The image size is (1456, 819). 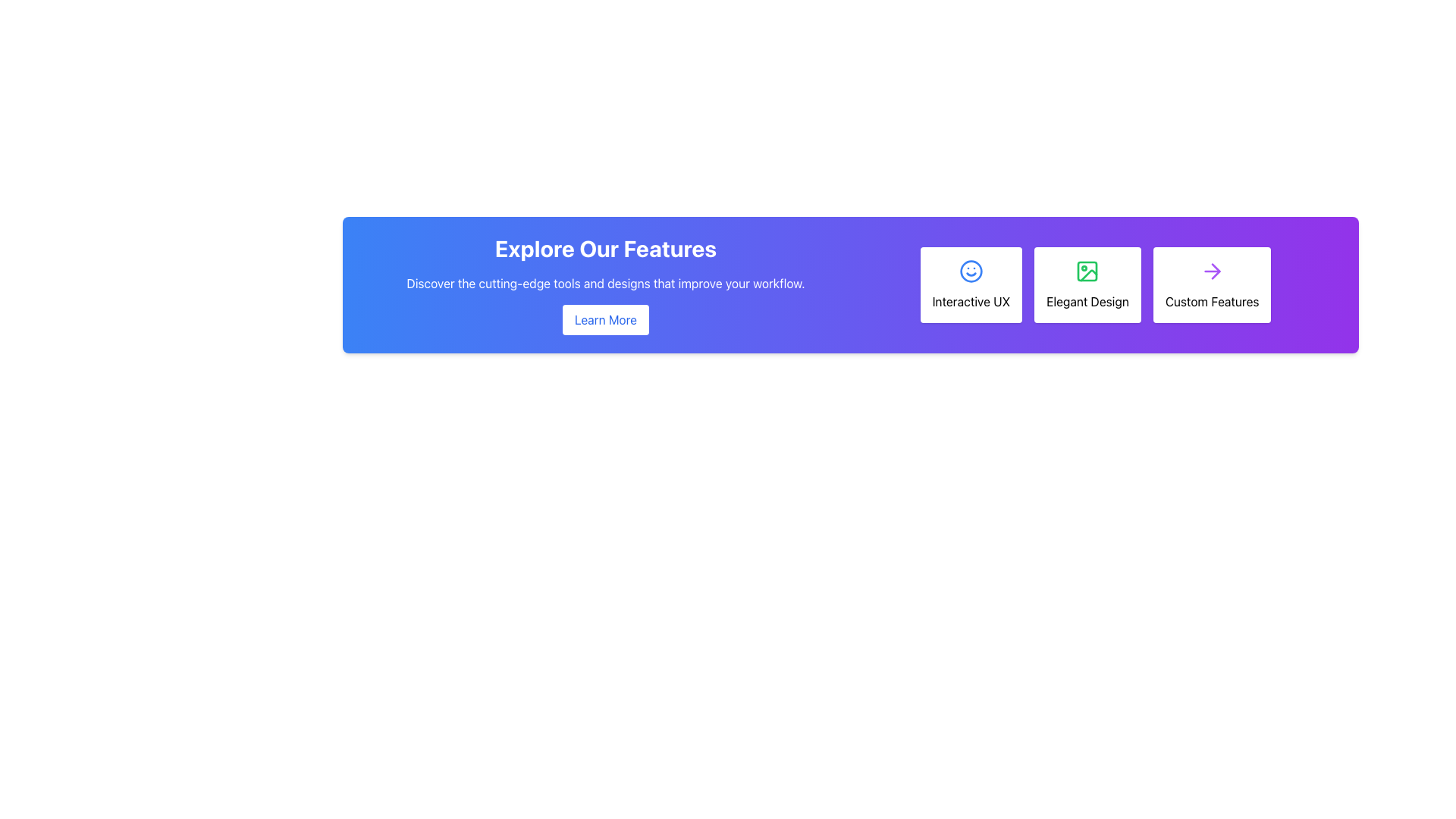 I want to click on the third icon representing image features with a green border, part of the 'Elegant Design' feature icons, so click(x=1088, y=275).